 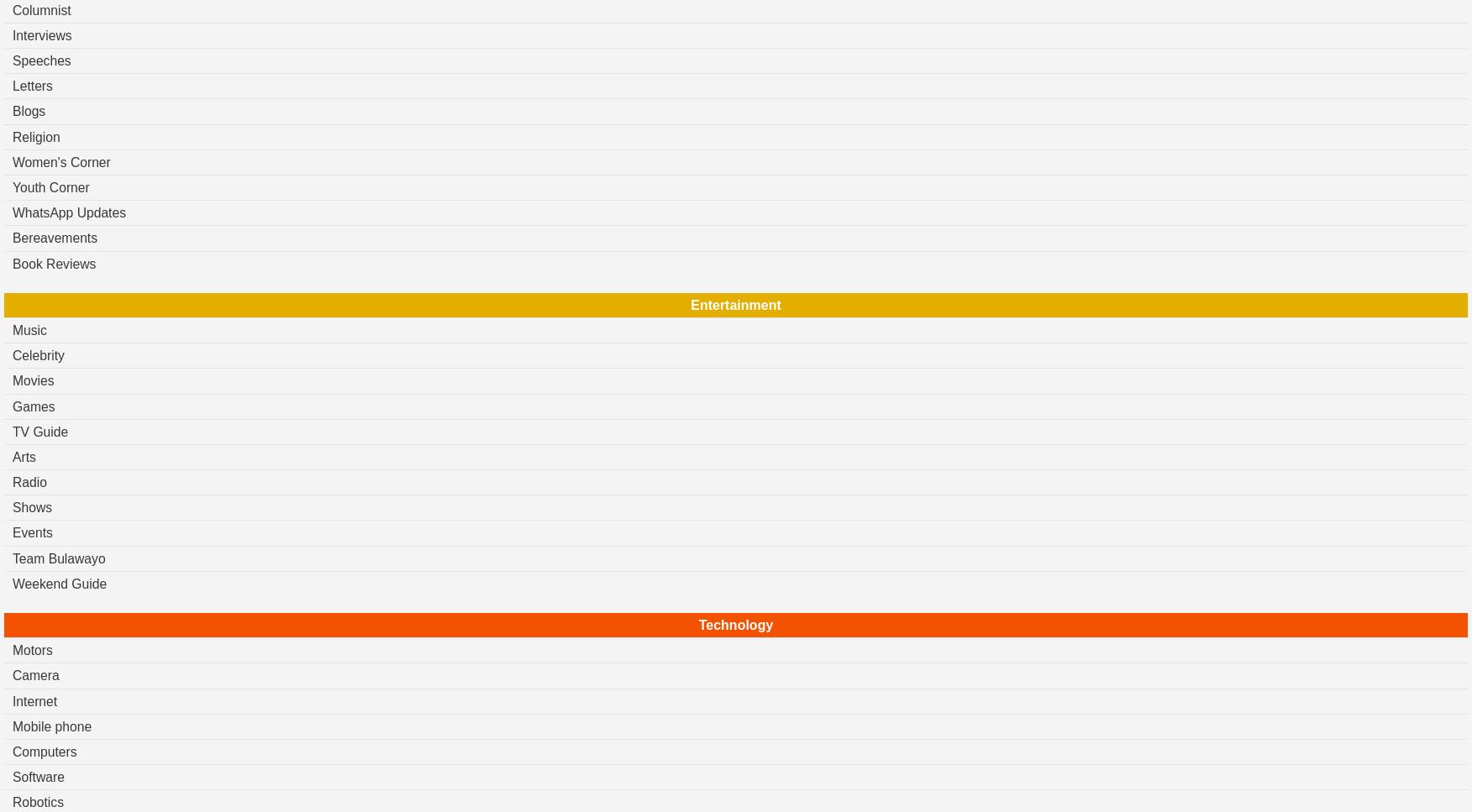 What do you see at coordinates (50, 186) in the screenshot?
I see `'Youth Corner'` at bounding box center [50, 186].